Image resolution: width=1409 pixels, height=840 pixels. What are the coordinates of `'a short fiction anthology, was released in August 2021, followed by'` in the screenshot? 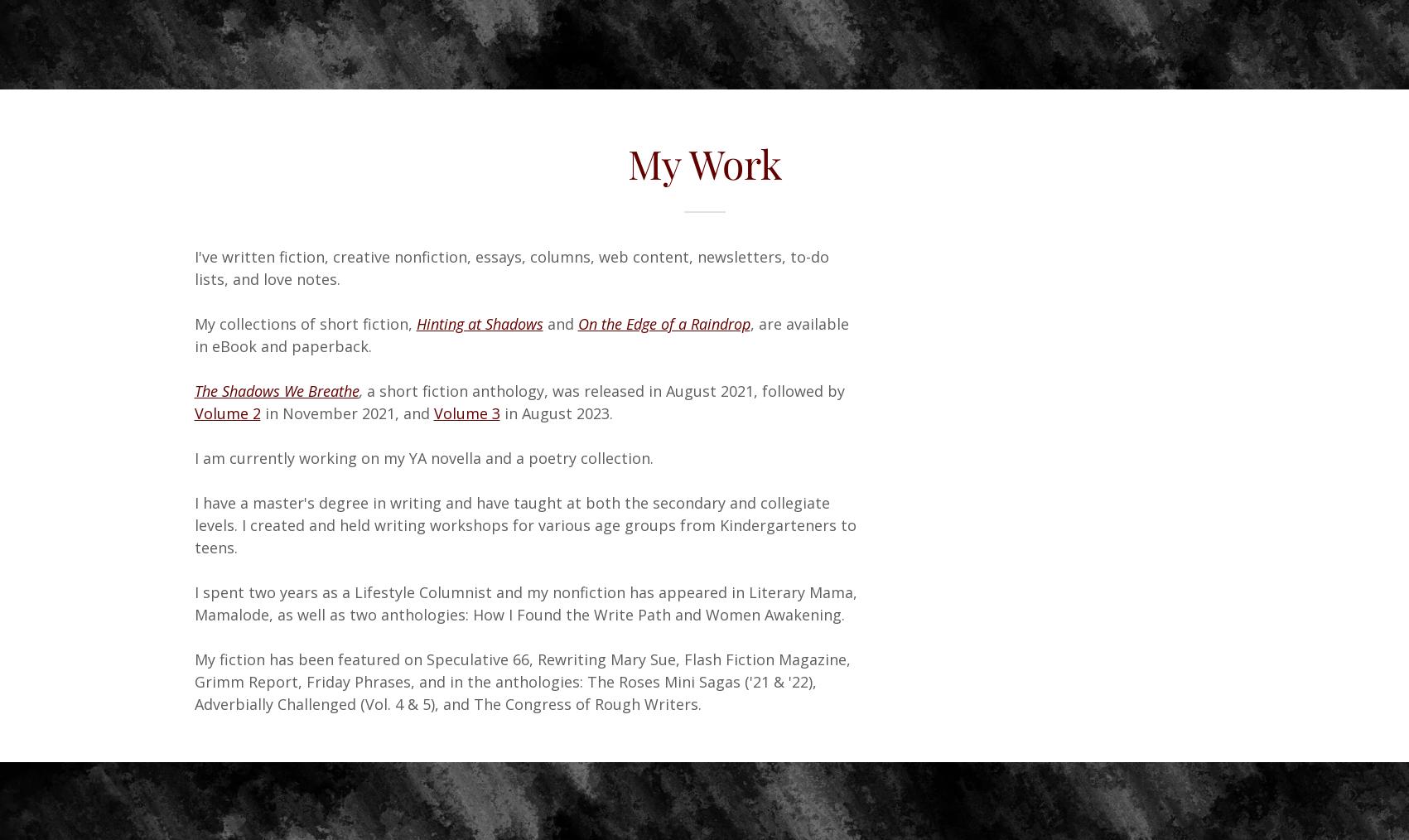 It's located at (605, 390).